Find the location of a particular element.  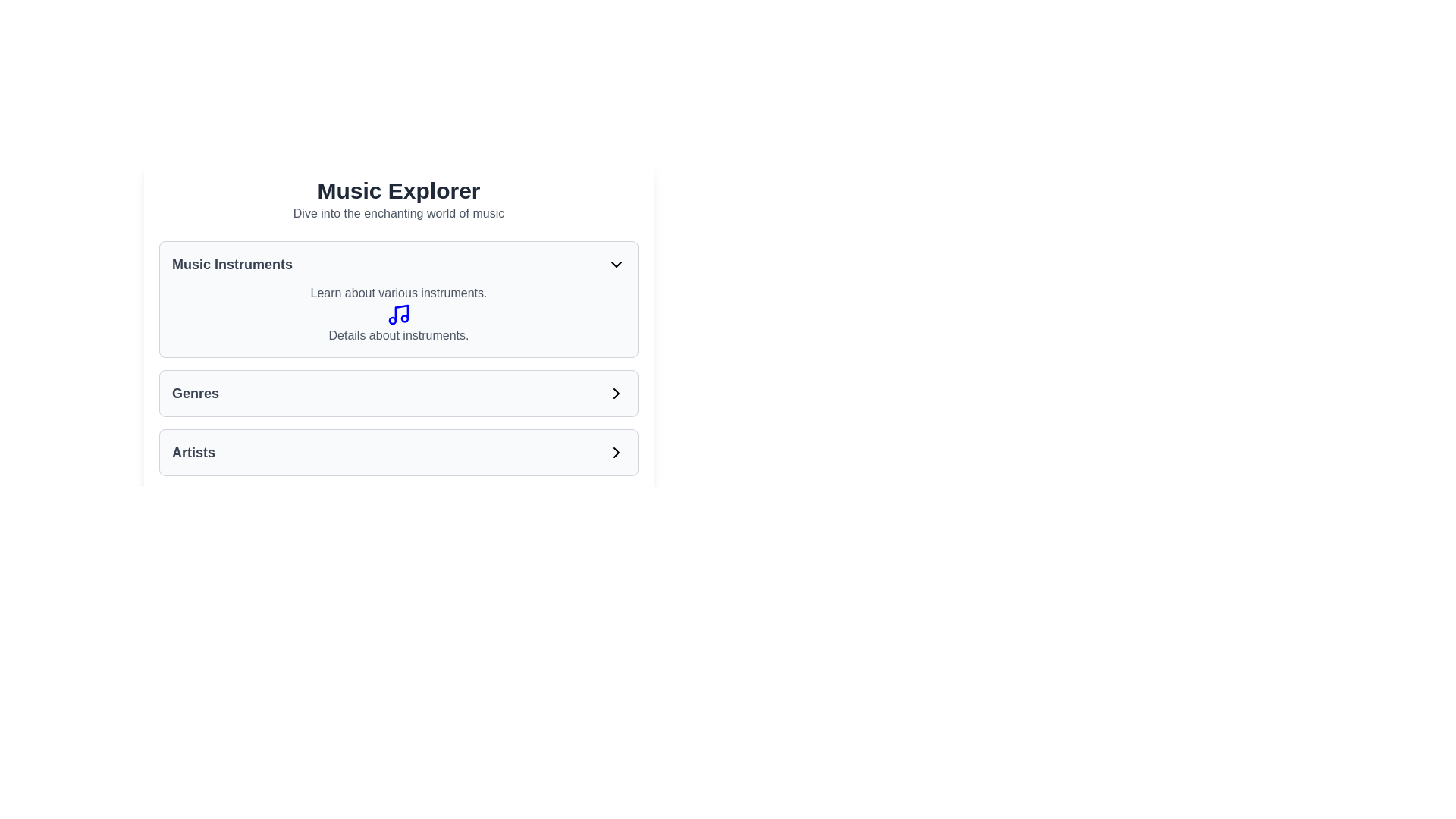

the informational text block in the 'Music Instruments' section, which includes the text 'Learn about various instruments.' and 'Details about instruments.' along with a blue music note icon is located at coordinates (399, 314).